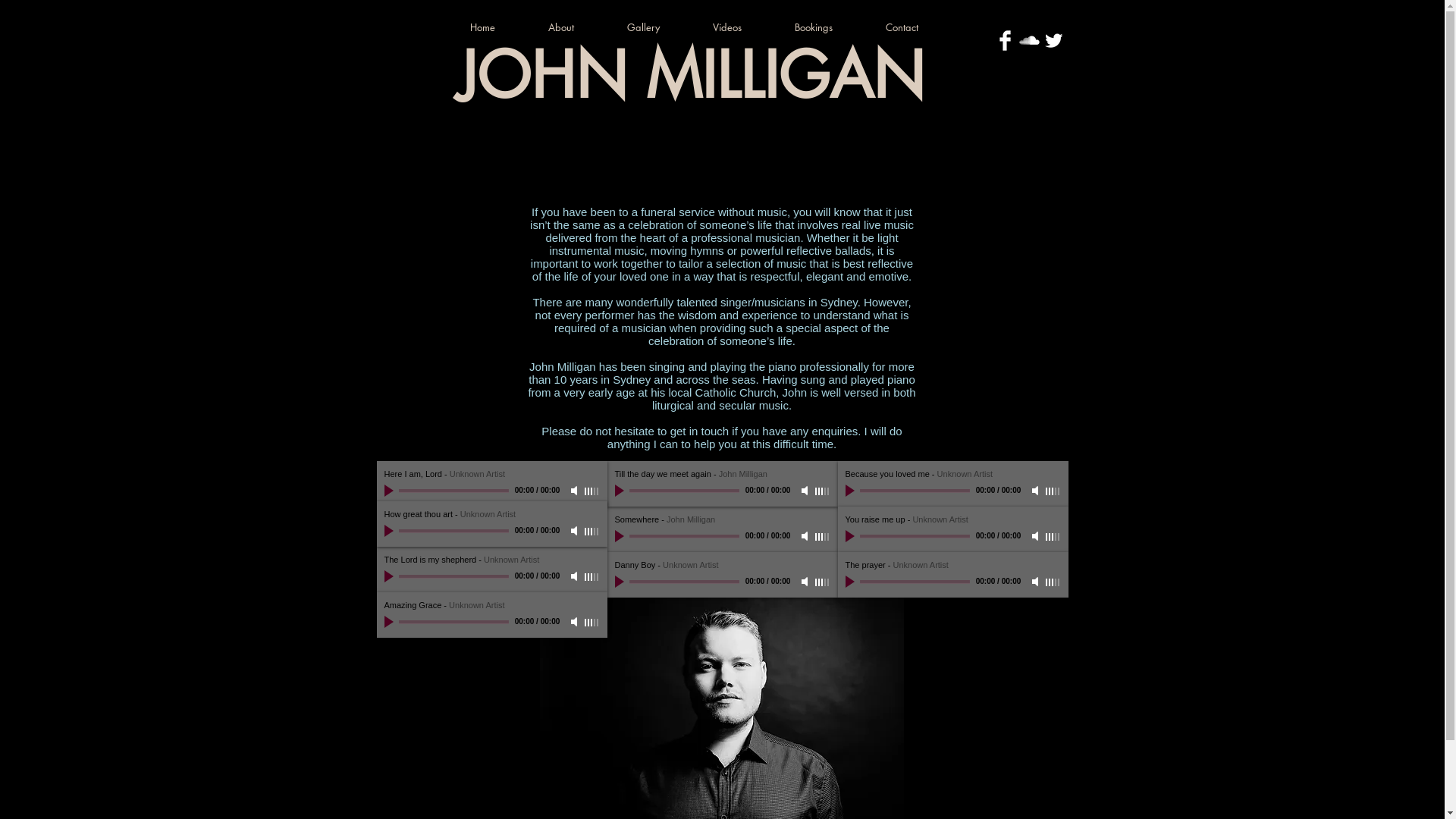 The image size is (1456, 819). I want to click on 'Home', so click(495, 27).